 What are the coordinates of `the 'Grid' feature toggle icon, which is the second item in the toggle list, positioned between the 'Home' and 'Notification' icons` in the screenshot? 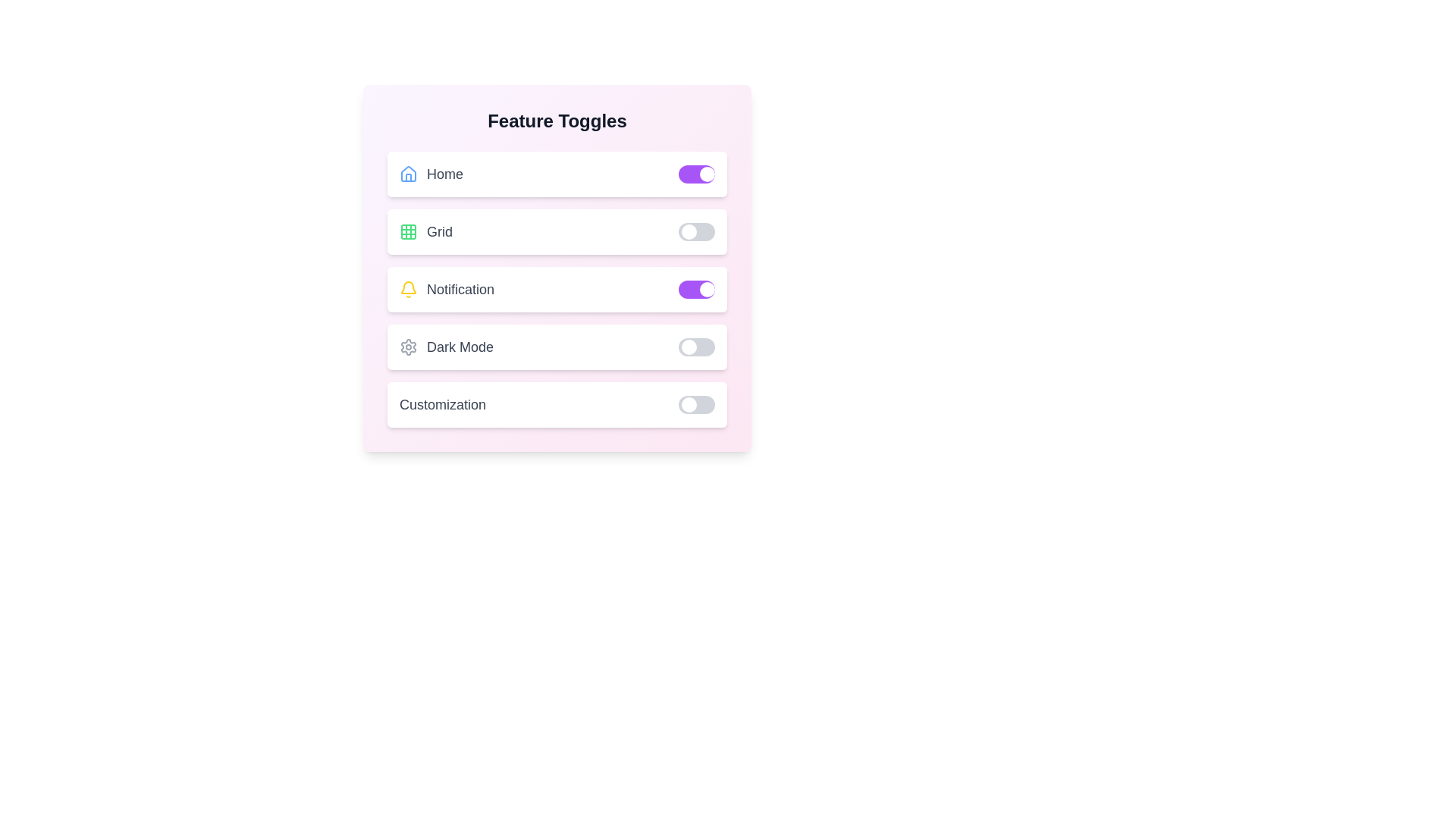 It's located at (408, 231).